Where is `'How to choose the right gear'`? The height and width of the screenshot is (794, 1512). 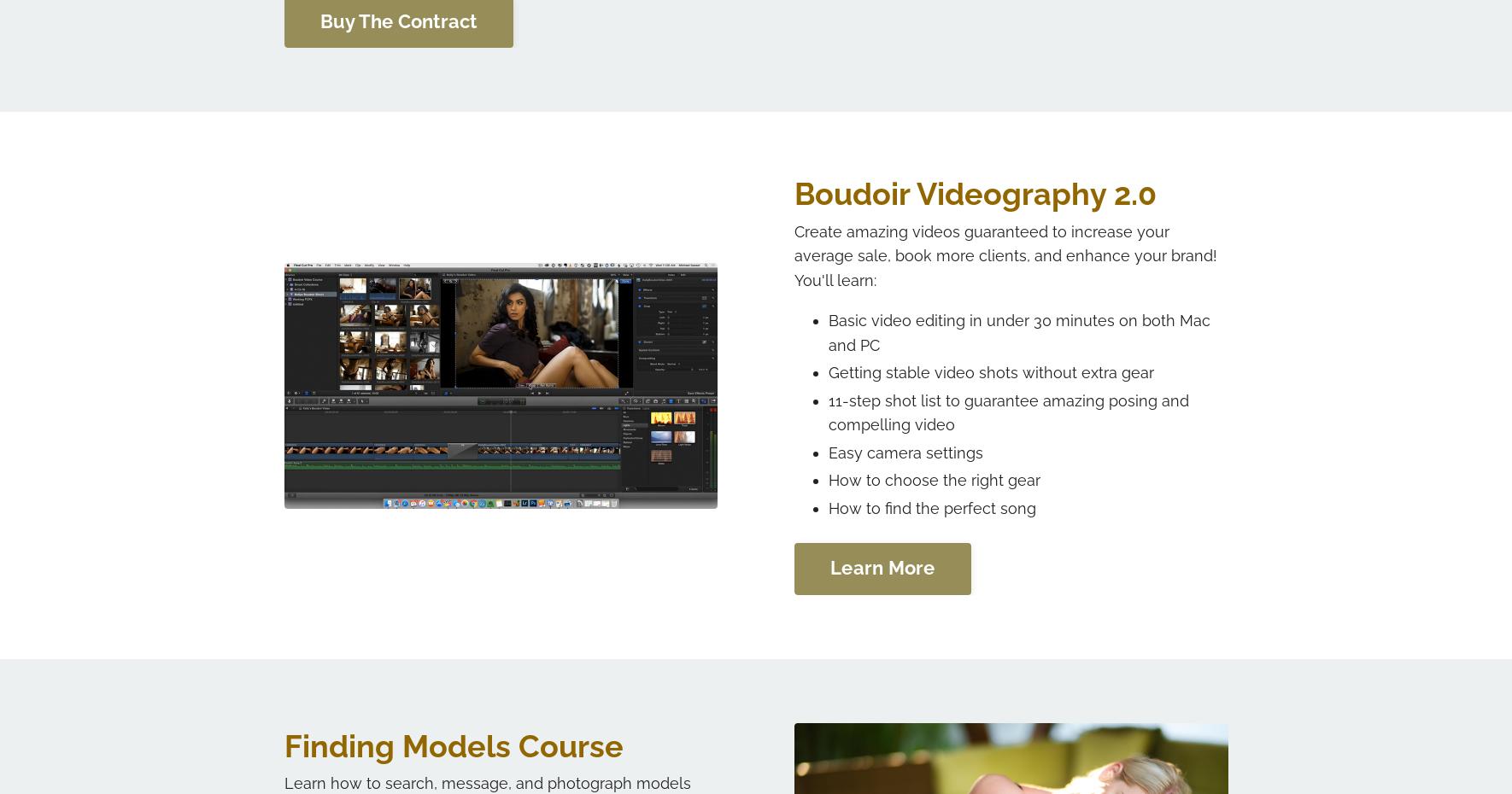 'How to choose the right gear' is located at coordinates (935, 480).